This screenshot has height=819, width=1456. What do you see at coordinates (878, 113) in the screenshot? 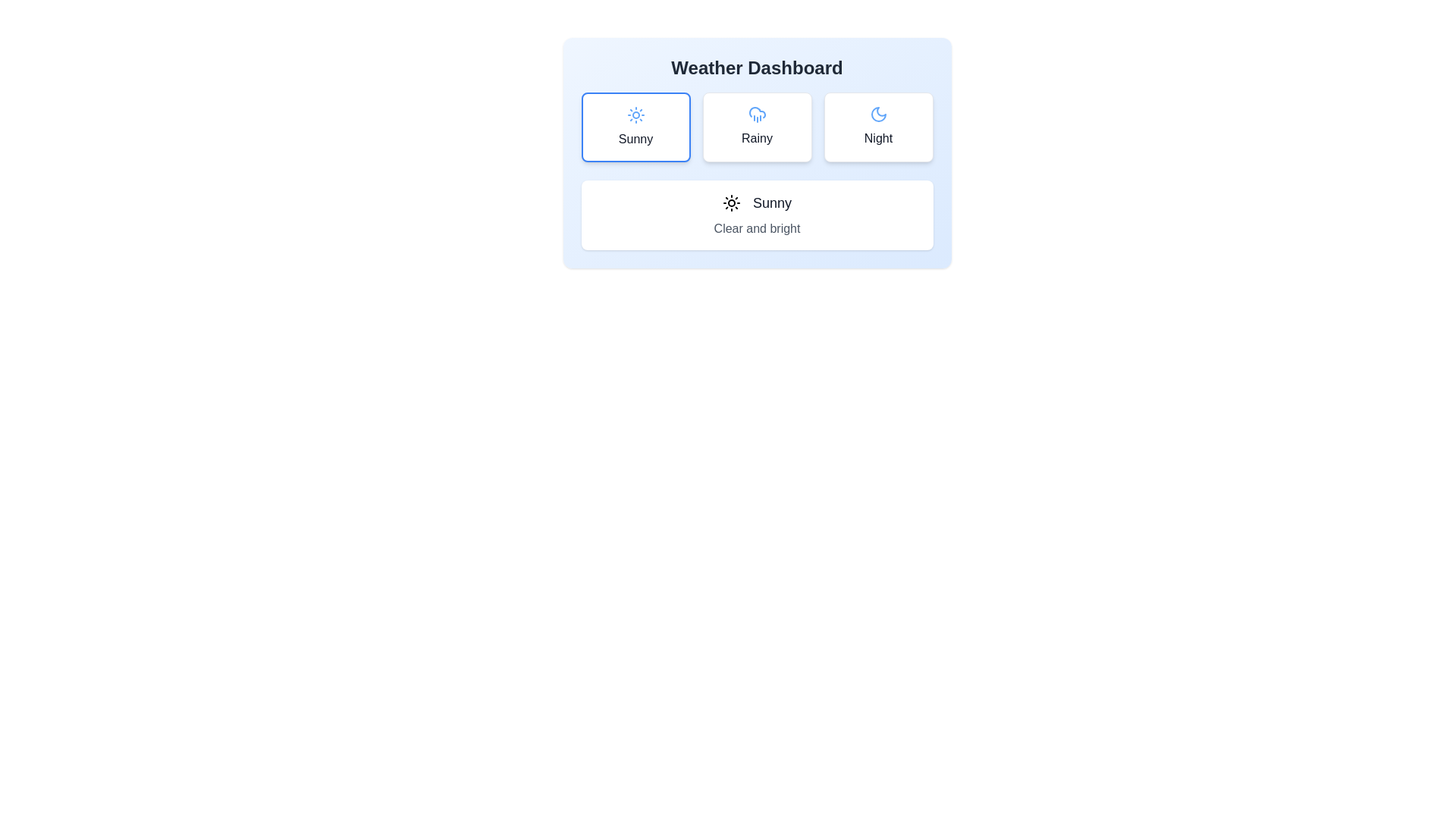
I see `the depiction of the 'Night' mode icon, which is located centrally within the 'Night' card group, above the text 'Night' and adjacent to other weather icons` at bounding box center [878, 113].